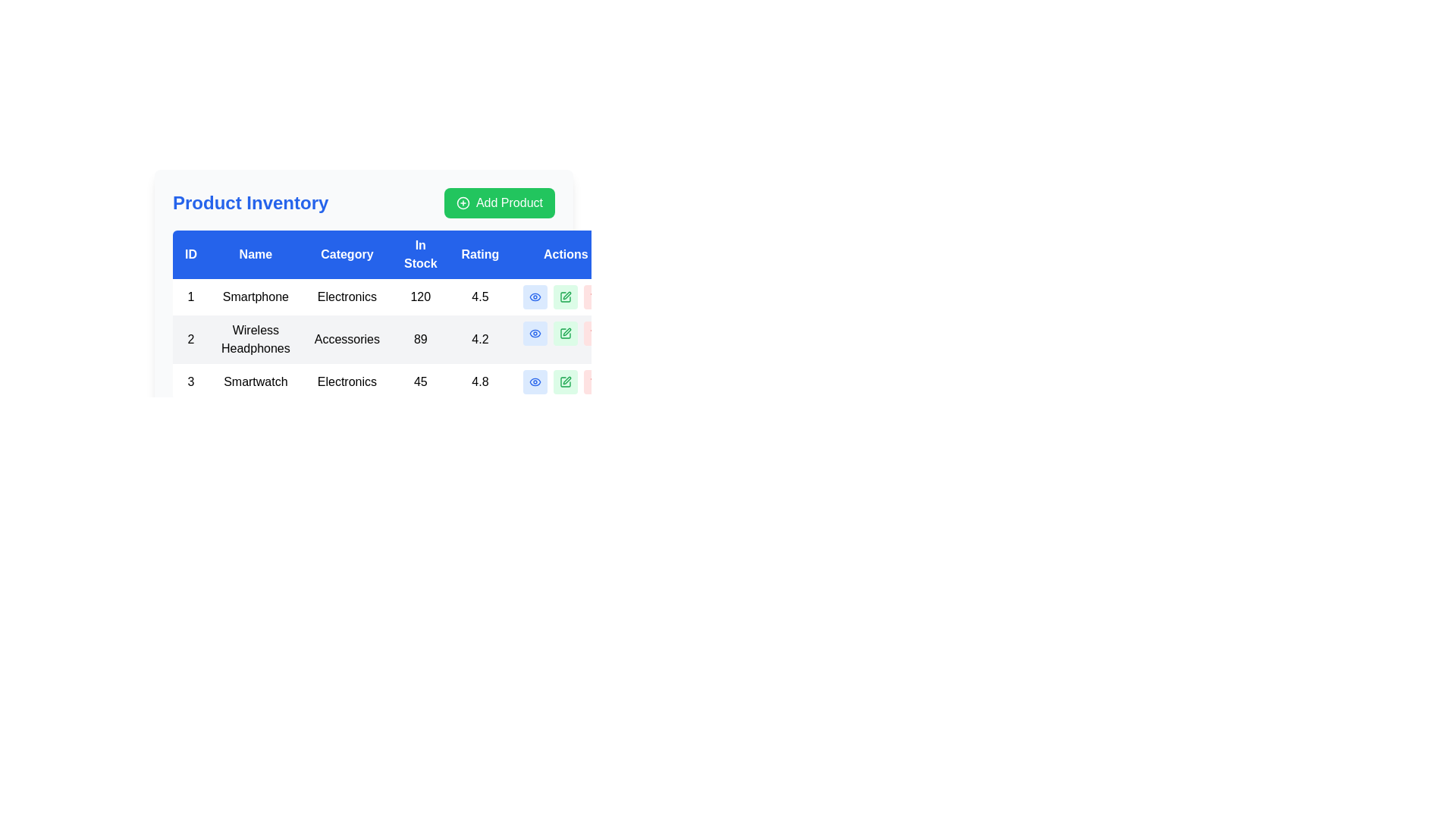 The width and height of the screenshot is (1456, 819). I want to click on the 'Wireless Headphones' text label in the second row of the product information table, which is aligned under the 'Name' column, so click(256, 338).